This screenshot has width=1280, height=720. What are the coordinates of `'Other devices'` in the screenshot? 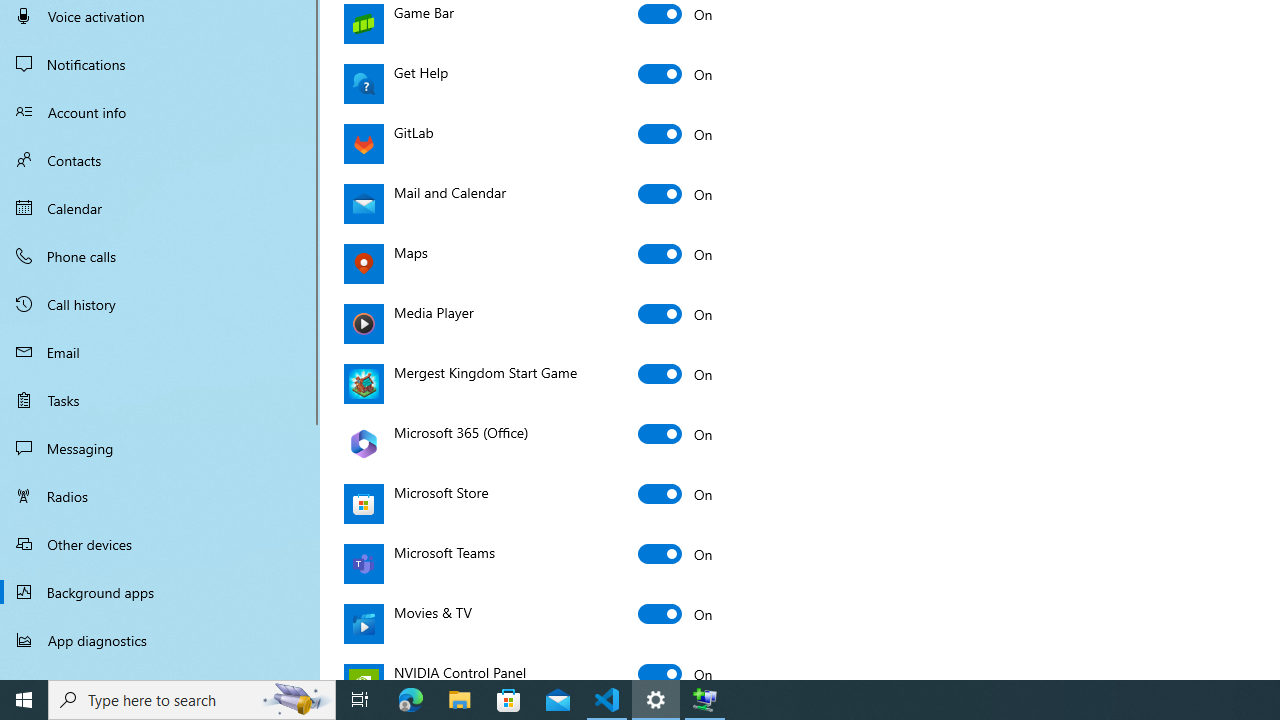 It's located at (160, 543).